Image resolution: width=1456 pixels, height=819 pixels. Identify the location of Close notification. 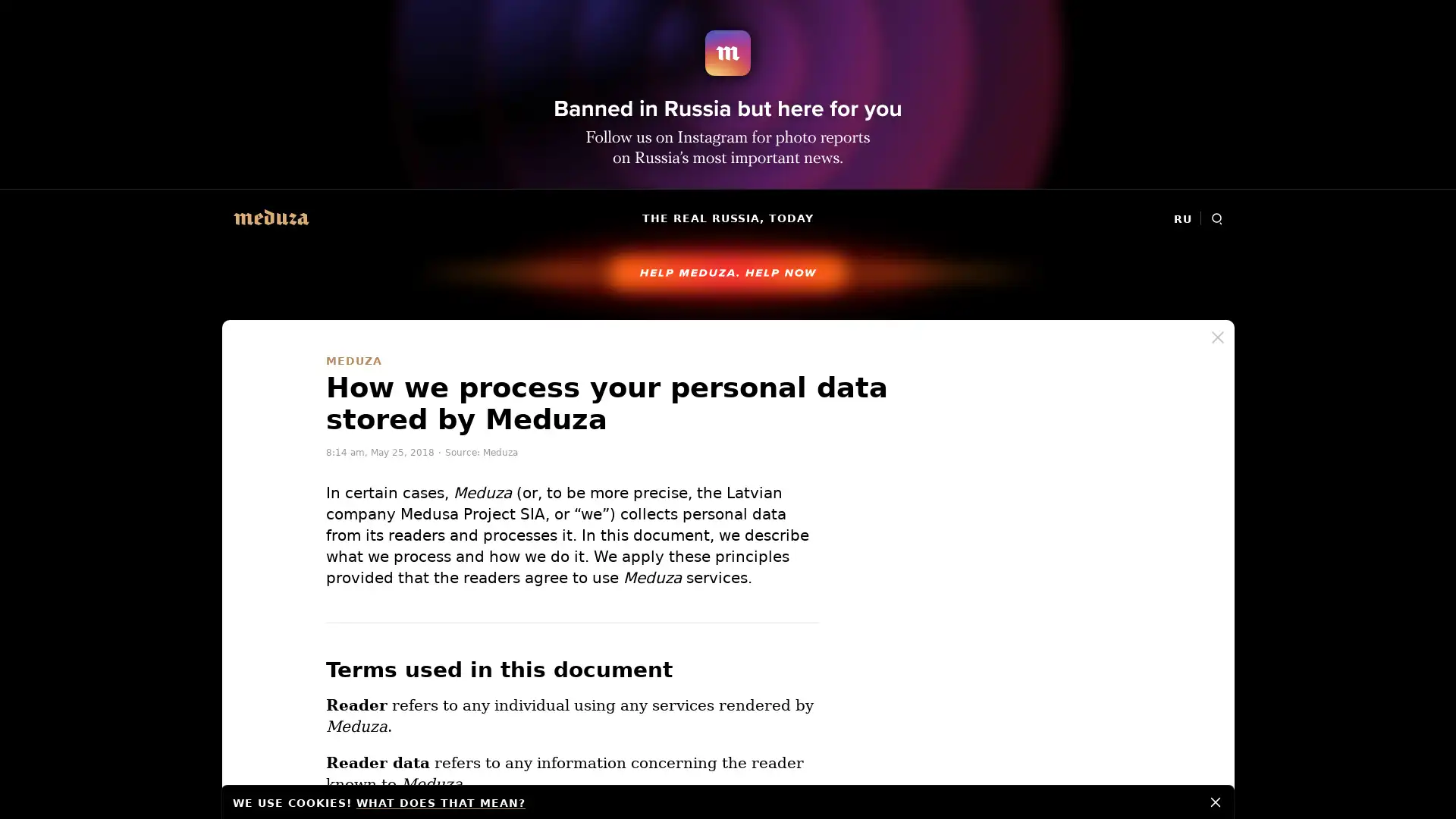
(1216, 800).